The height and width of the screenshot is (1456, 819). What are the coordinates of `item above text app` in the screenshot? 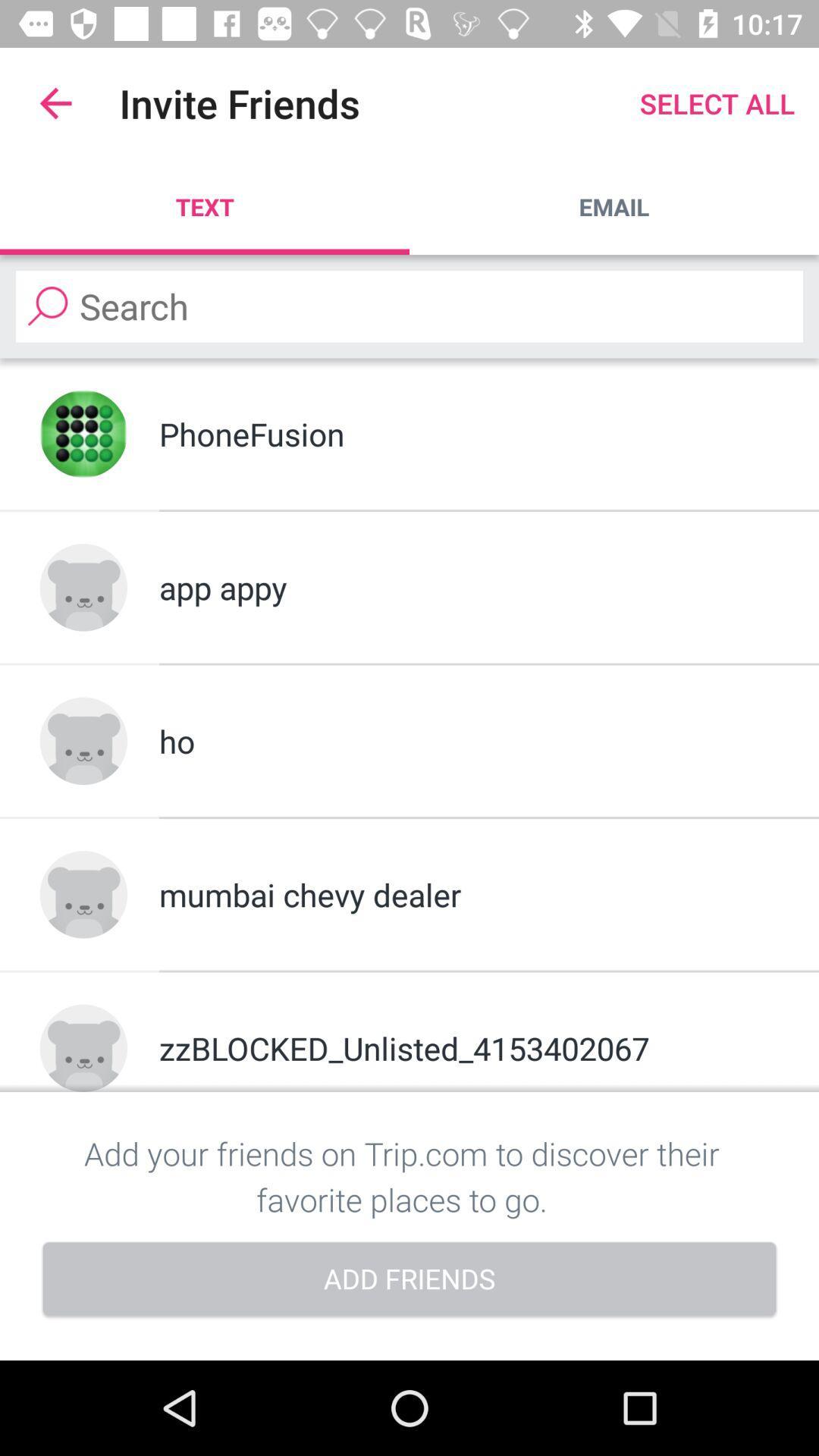 It's located at (55, 102).